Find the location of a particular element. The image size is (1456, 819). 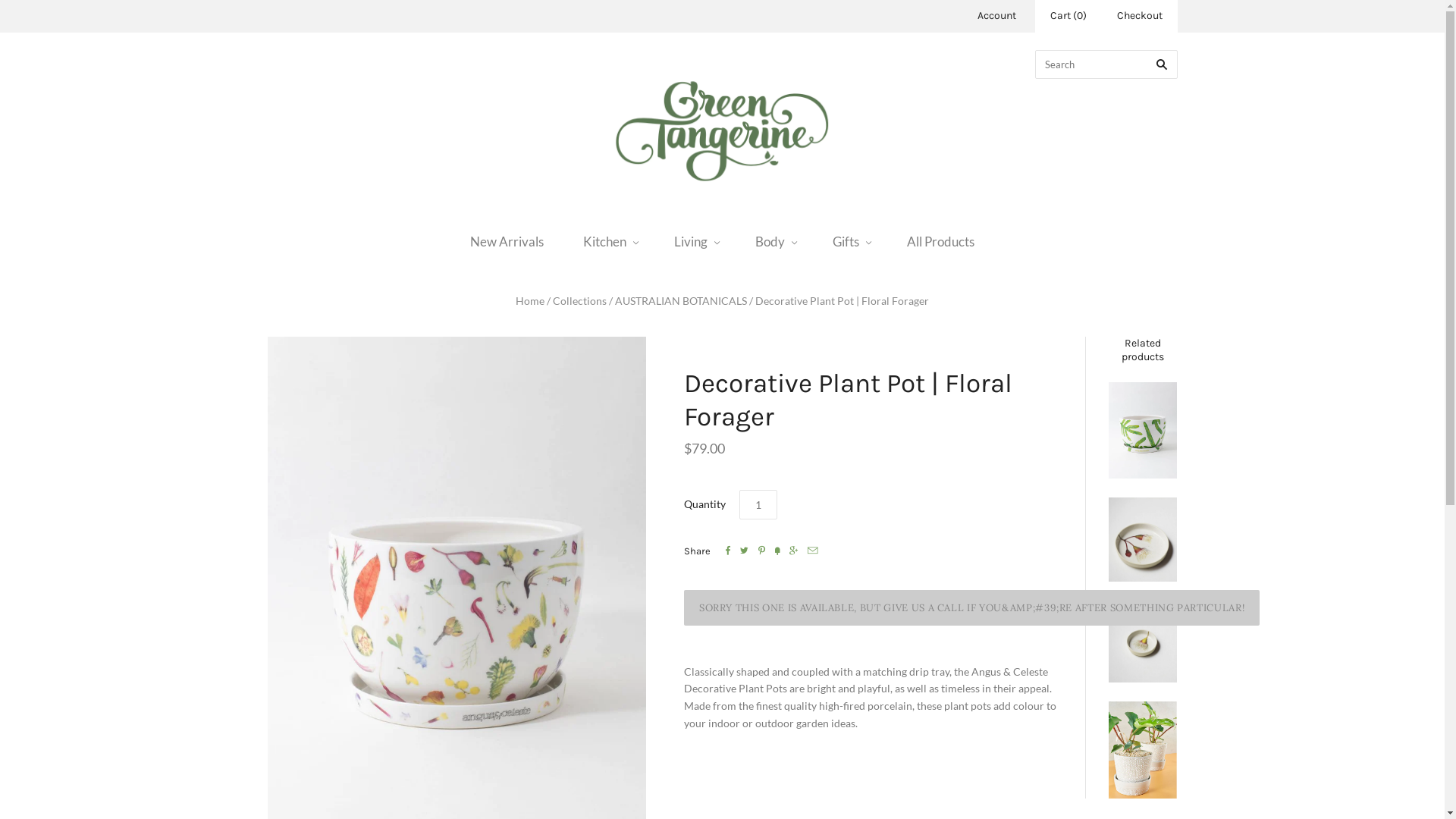

'Home' is located at coordinates (516, 300).